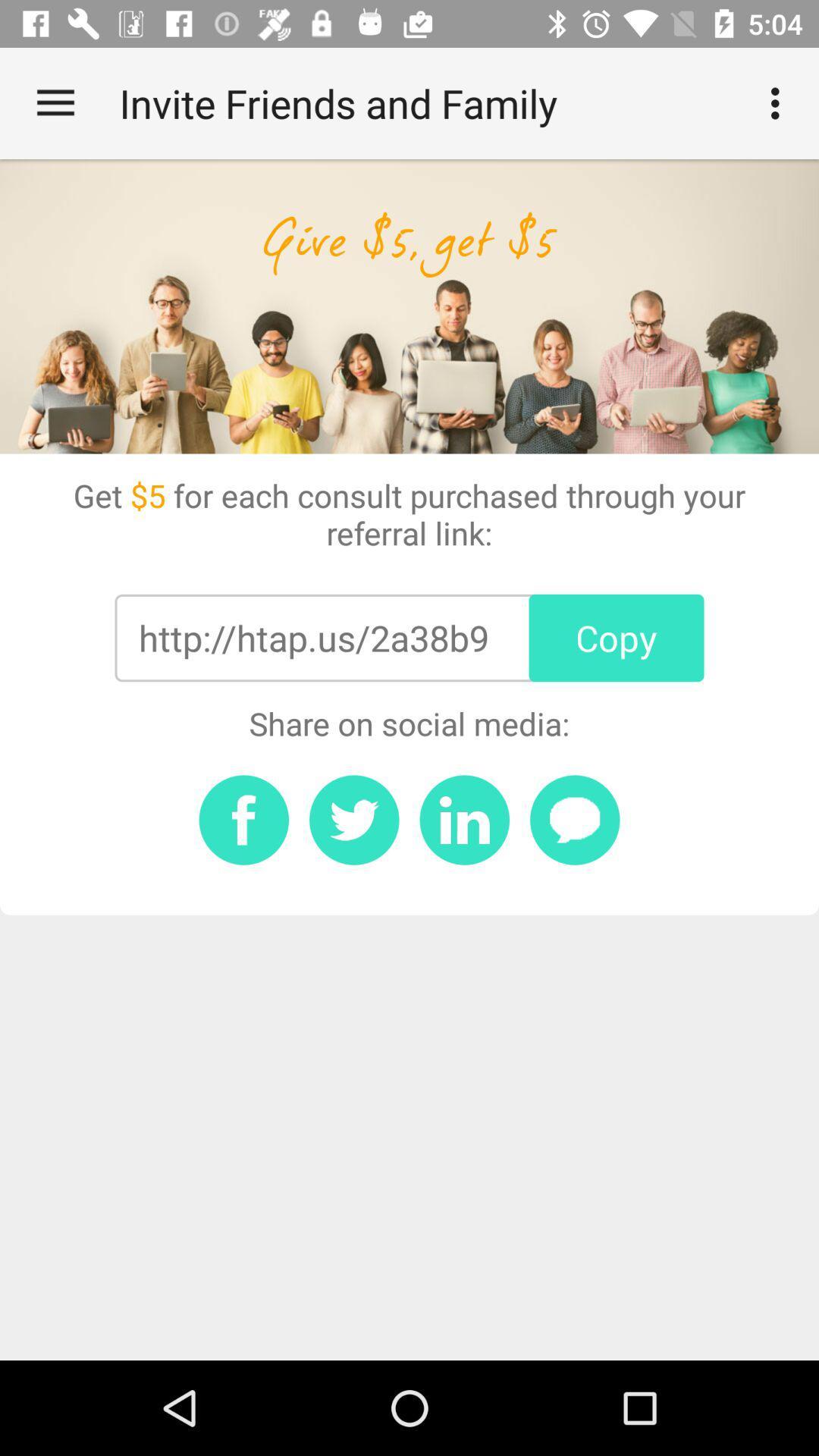  What do you see at coordinates (617, 638) in the screenshot?
I see `item next to http htap us item` at bounding box center [617, 638].